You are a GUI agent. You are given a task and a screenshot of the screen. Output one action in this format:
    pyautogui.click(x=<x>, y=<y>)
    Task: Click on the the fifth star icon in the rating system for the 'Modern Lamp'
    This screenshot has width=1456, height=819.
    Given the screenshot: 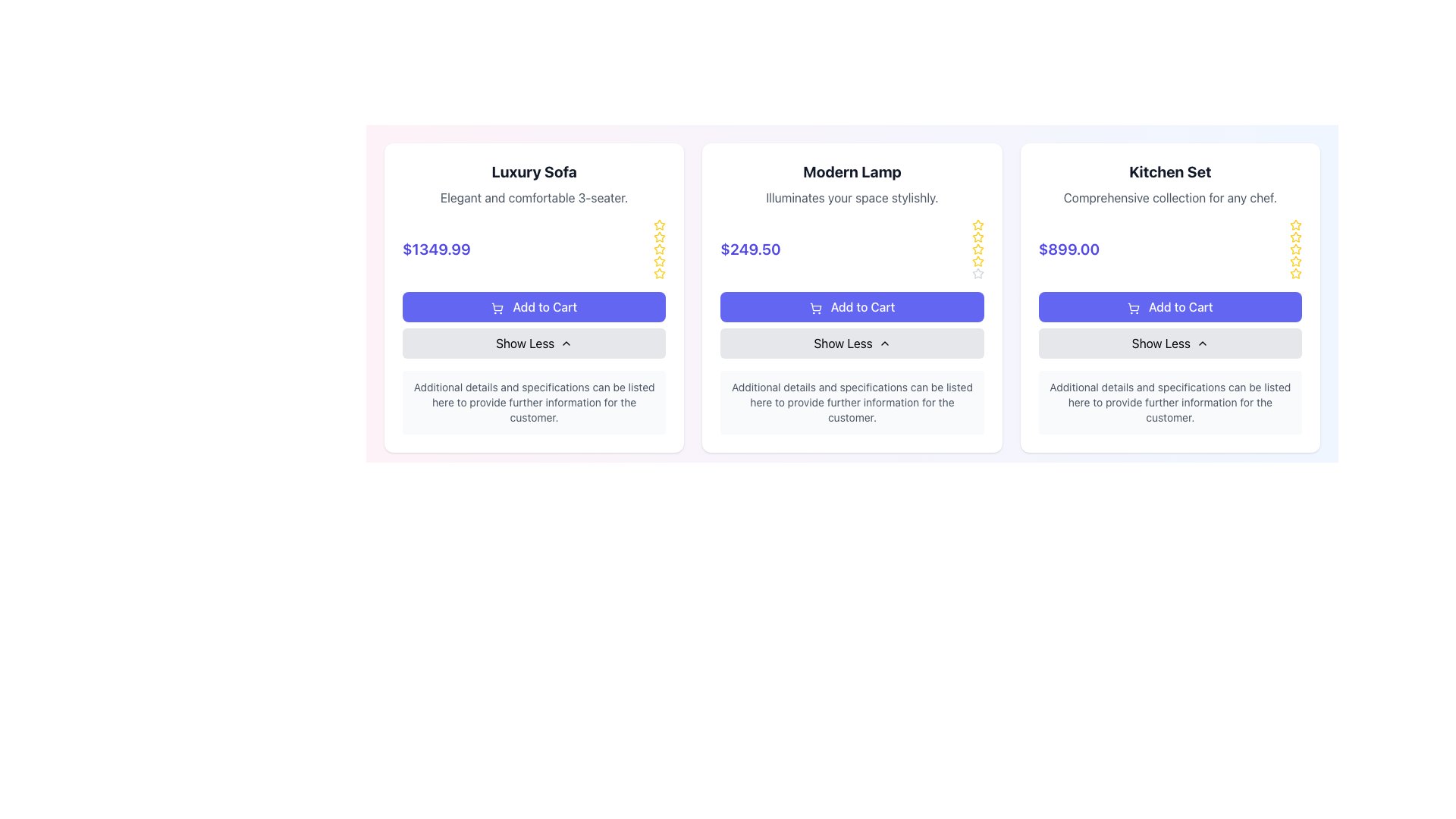 What is the action you would take?
    pyautogui.click(x=977, y=224)
    